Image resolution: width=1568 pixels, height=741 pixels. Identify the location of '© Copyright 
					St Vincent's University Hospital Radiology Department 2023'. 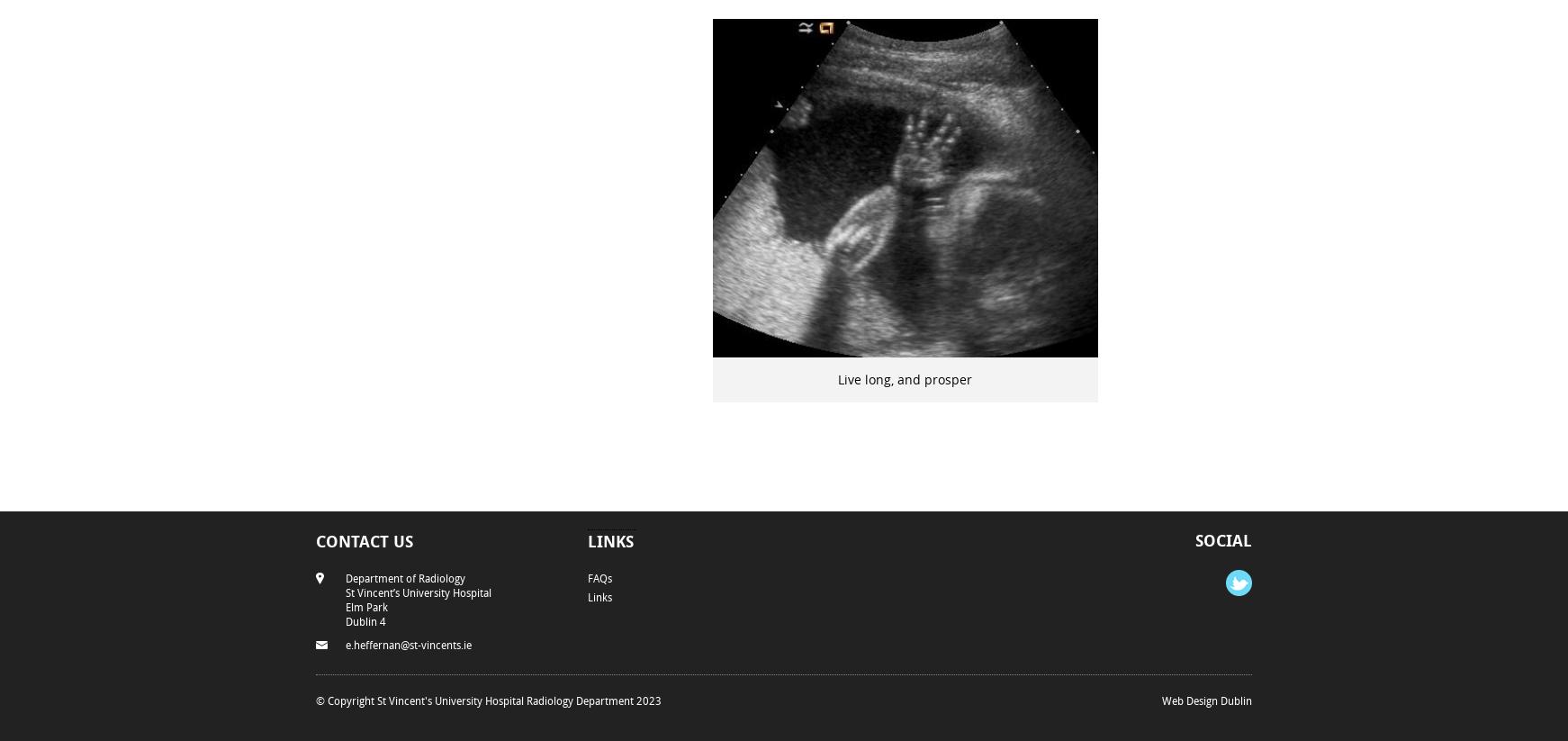
(488, 698).